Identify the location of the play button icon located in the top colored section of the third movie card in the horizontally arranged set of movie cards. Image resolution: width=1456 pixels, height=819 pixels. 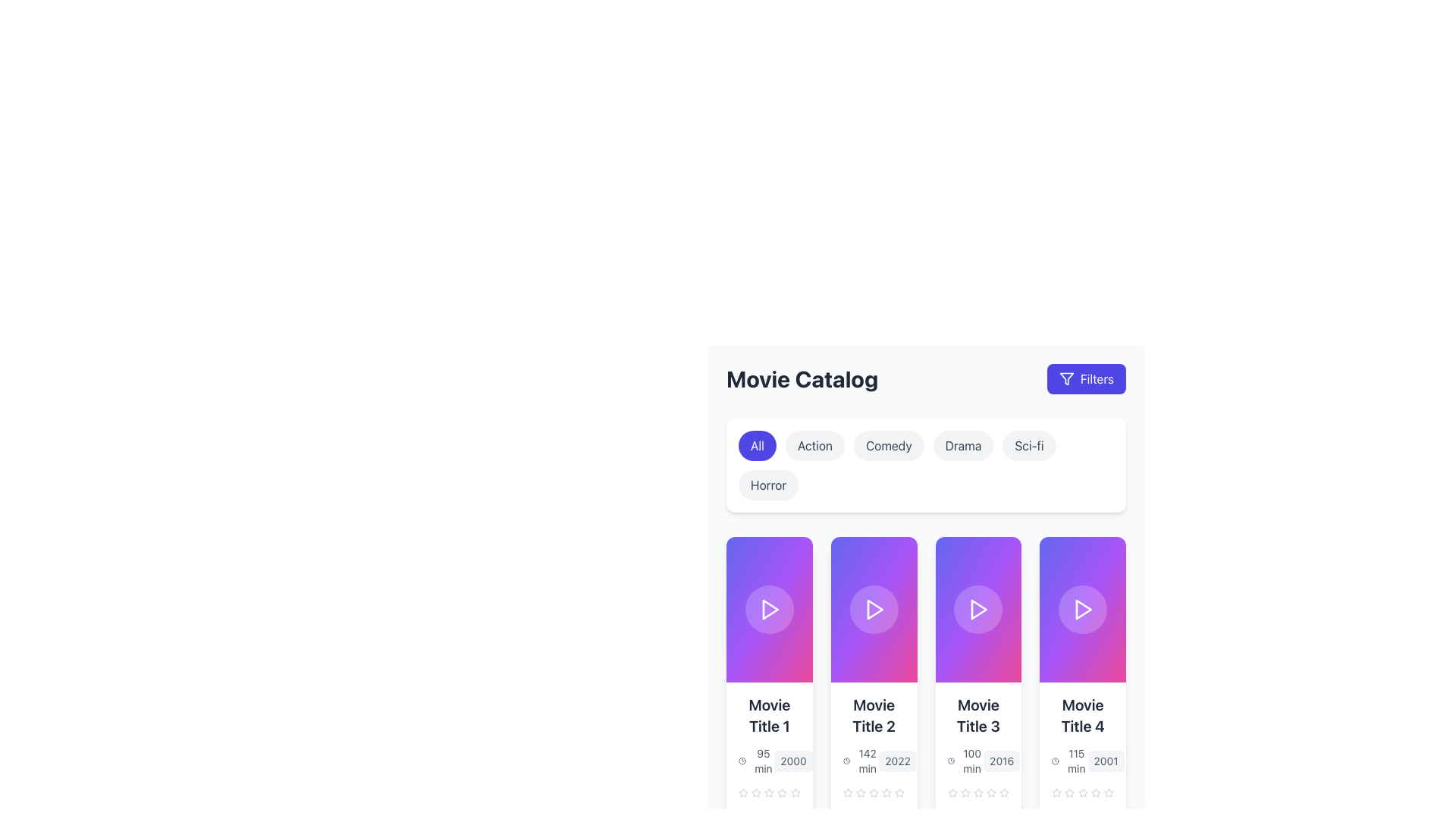
(978, 608).